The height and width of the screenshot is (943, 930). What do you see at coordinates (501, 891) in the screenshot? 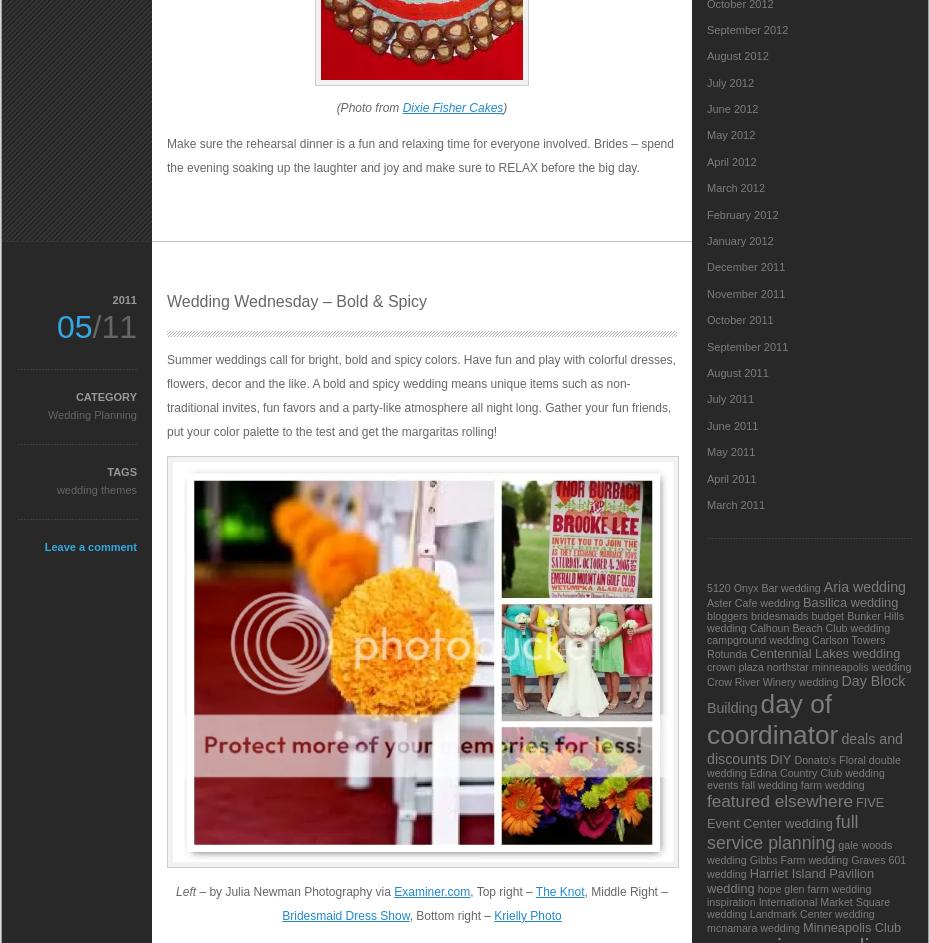
I see `', Top right –'` at bounding box center [501, 891].